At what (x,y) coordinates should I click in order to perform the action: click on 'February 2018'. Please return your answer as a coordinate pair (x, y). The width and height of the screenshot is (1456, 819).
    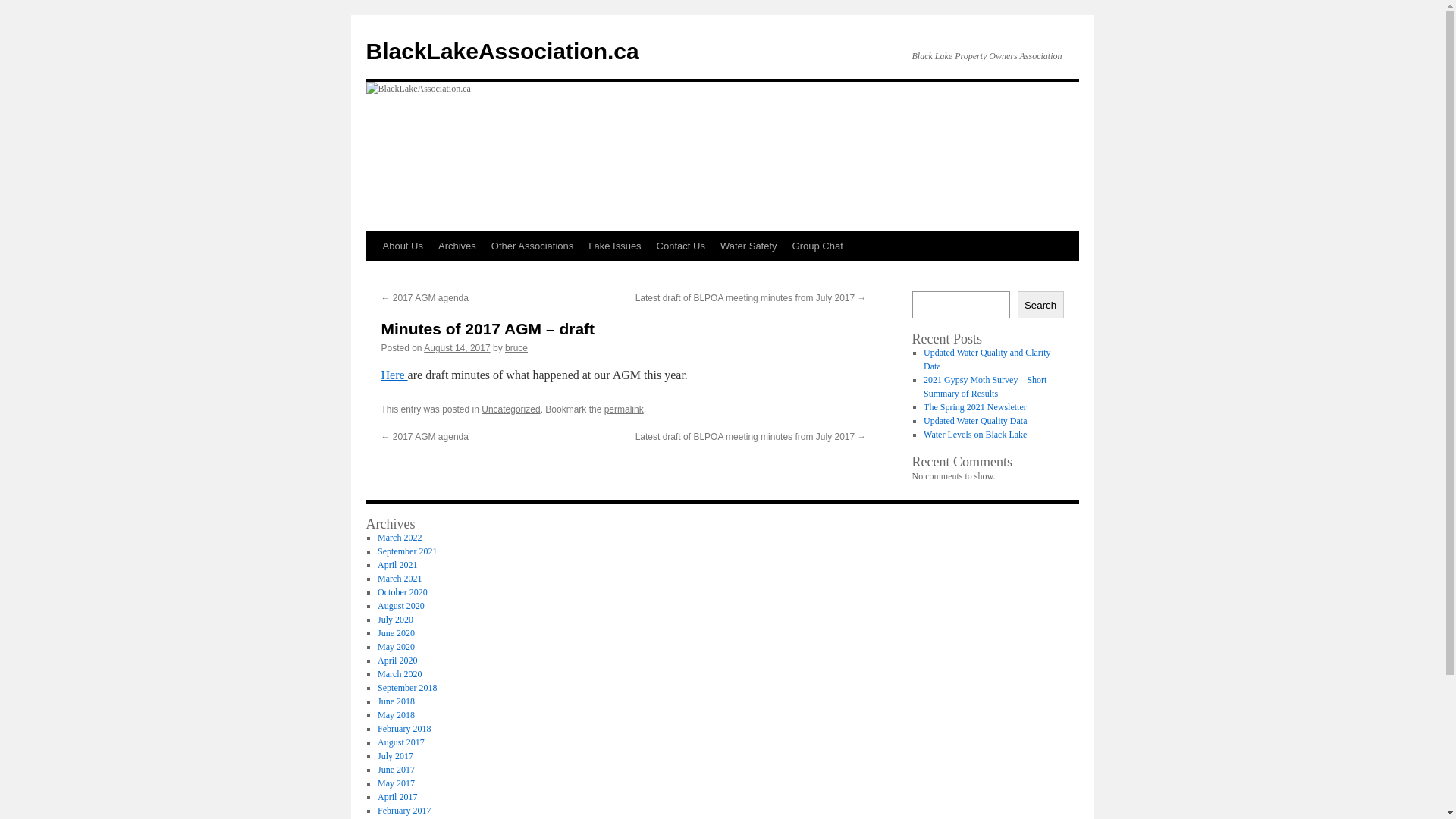
    Looking at the image, I should click on (403, 727).